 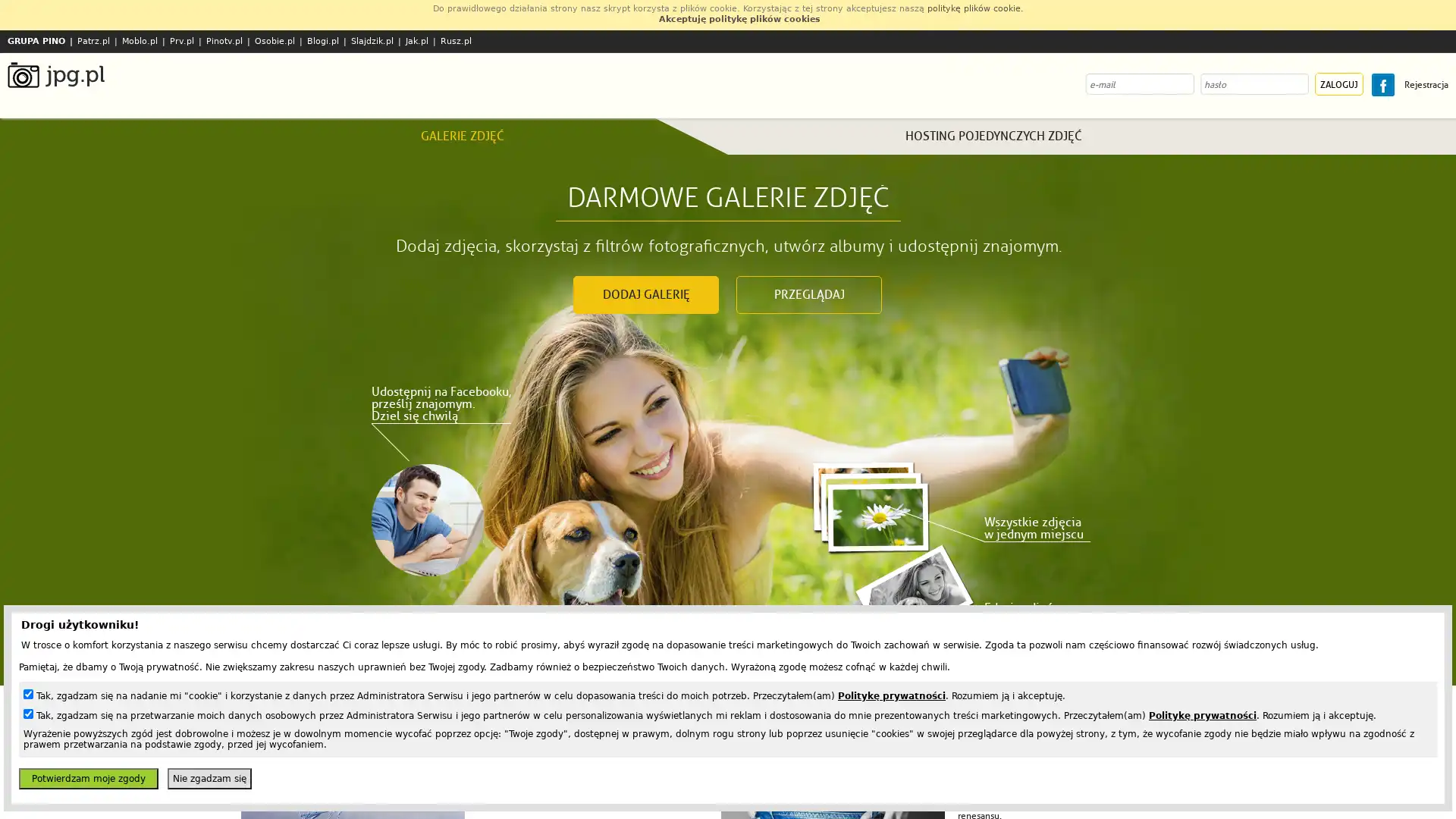 I want to click on Zaloguj, so click(x=1339, y=84).